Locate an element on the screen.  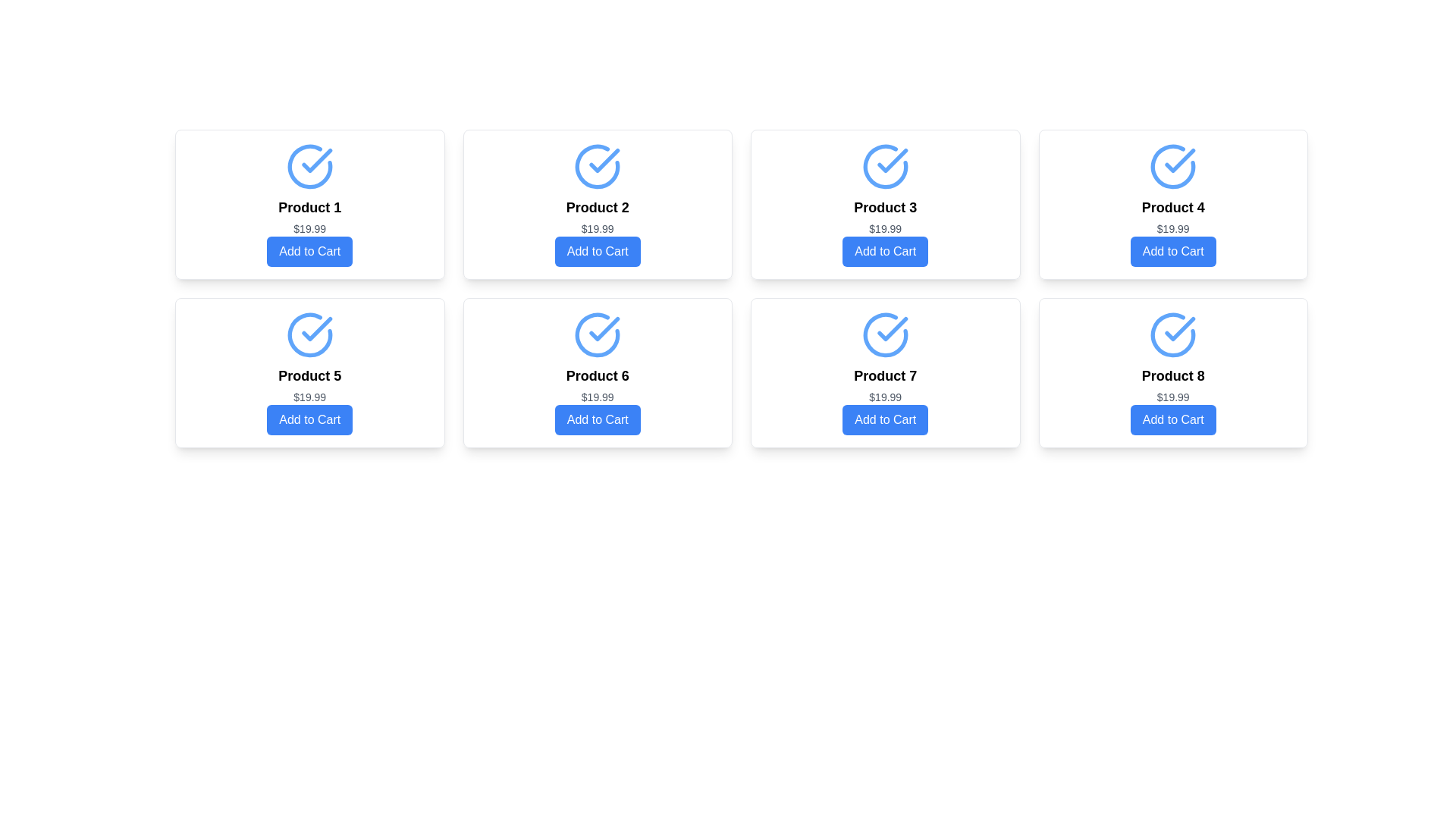
the Text Label that identifies the product within its card, located in the second column of the grid, below the circular checkmark icon and above the price and 'Add to Cart' button is located at coordinates (597, 207).